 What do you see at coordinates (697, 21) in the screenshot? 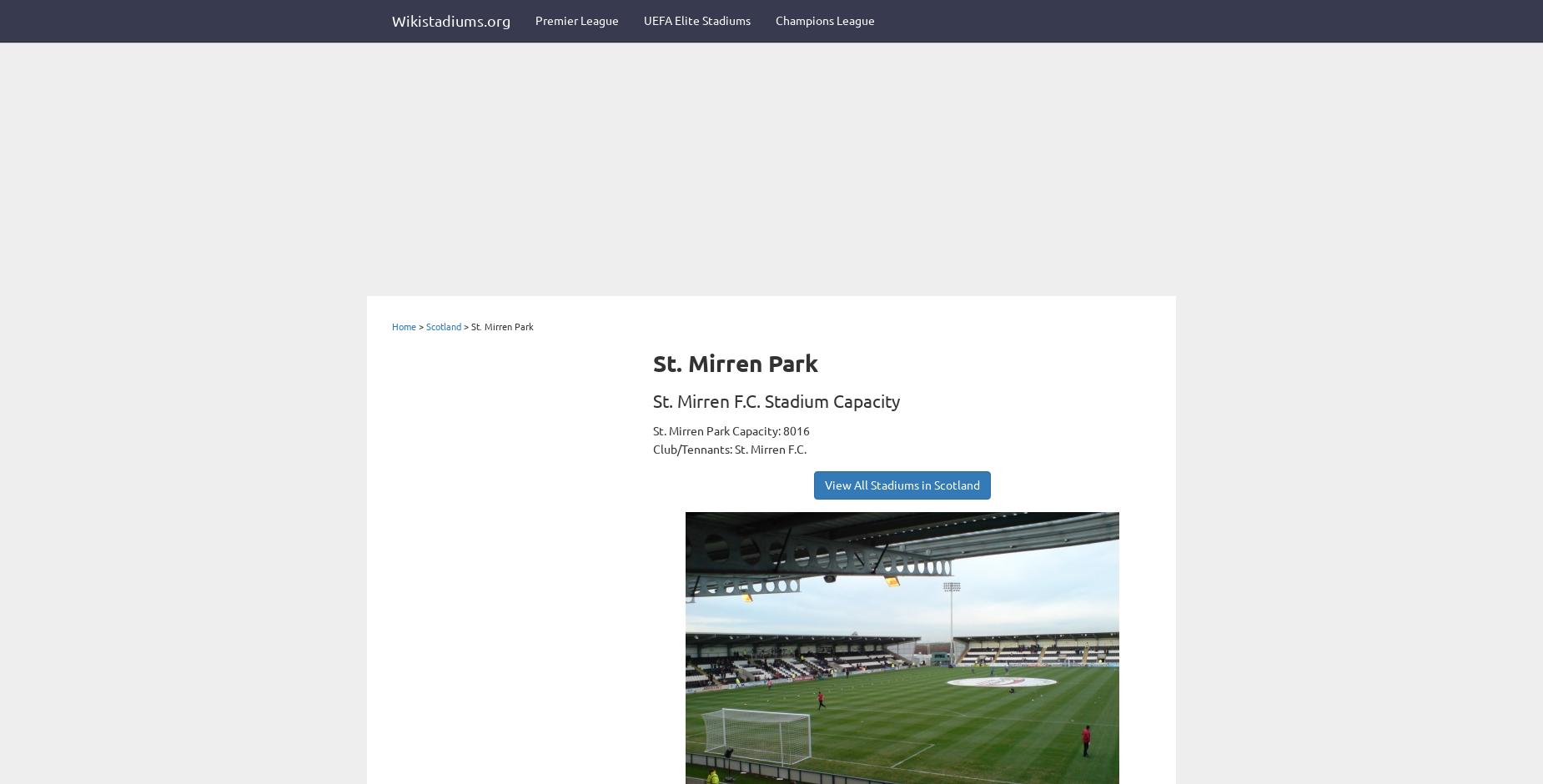
I see `'UEFA Elite Stadiums'` at bounding box center [697, 21].